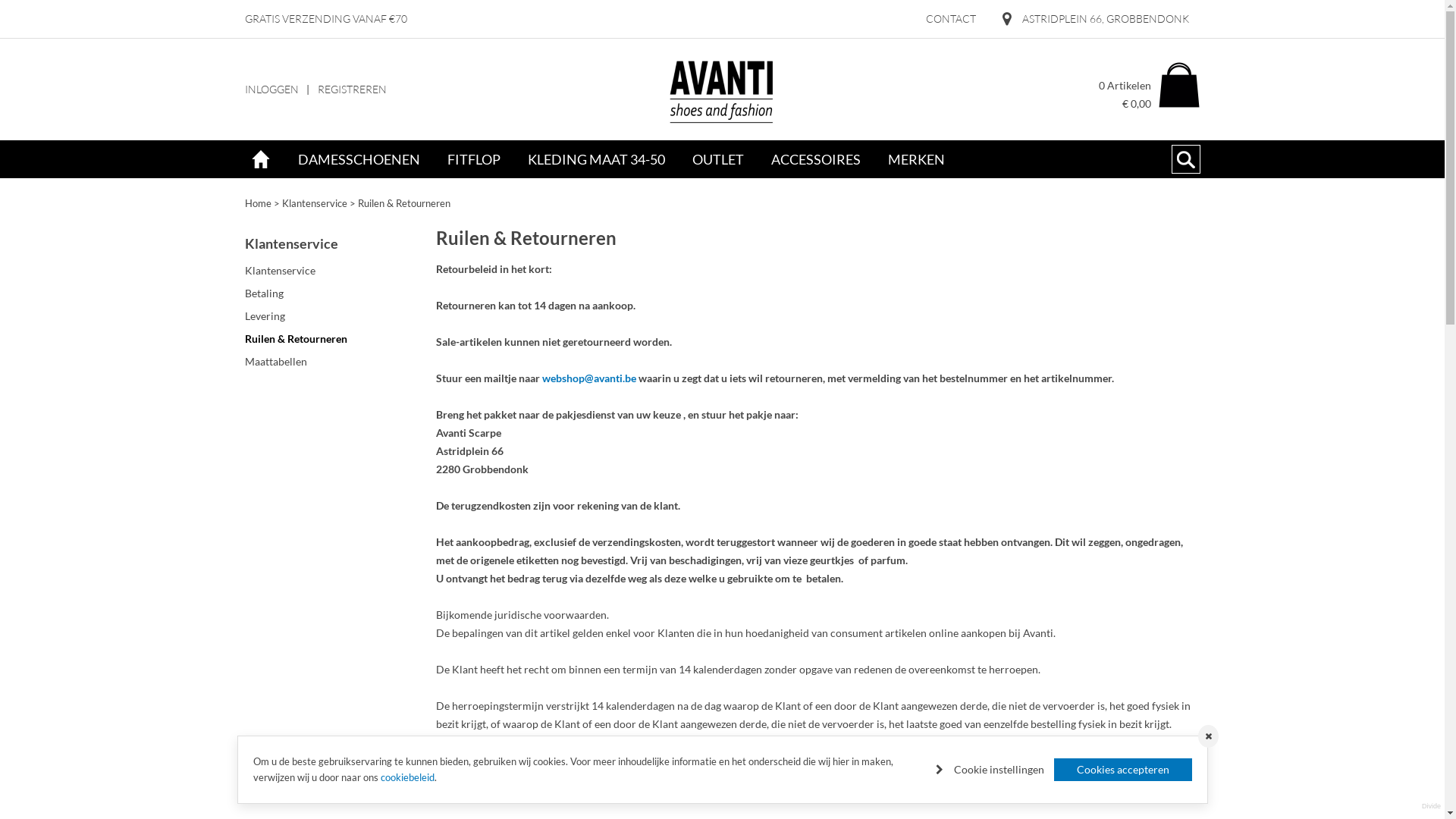  What do you see at coordinates (588, 377) in the screenshot?
I see `'webshop@avanti.be'` at bounding box center [588, 377].